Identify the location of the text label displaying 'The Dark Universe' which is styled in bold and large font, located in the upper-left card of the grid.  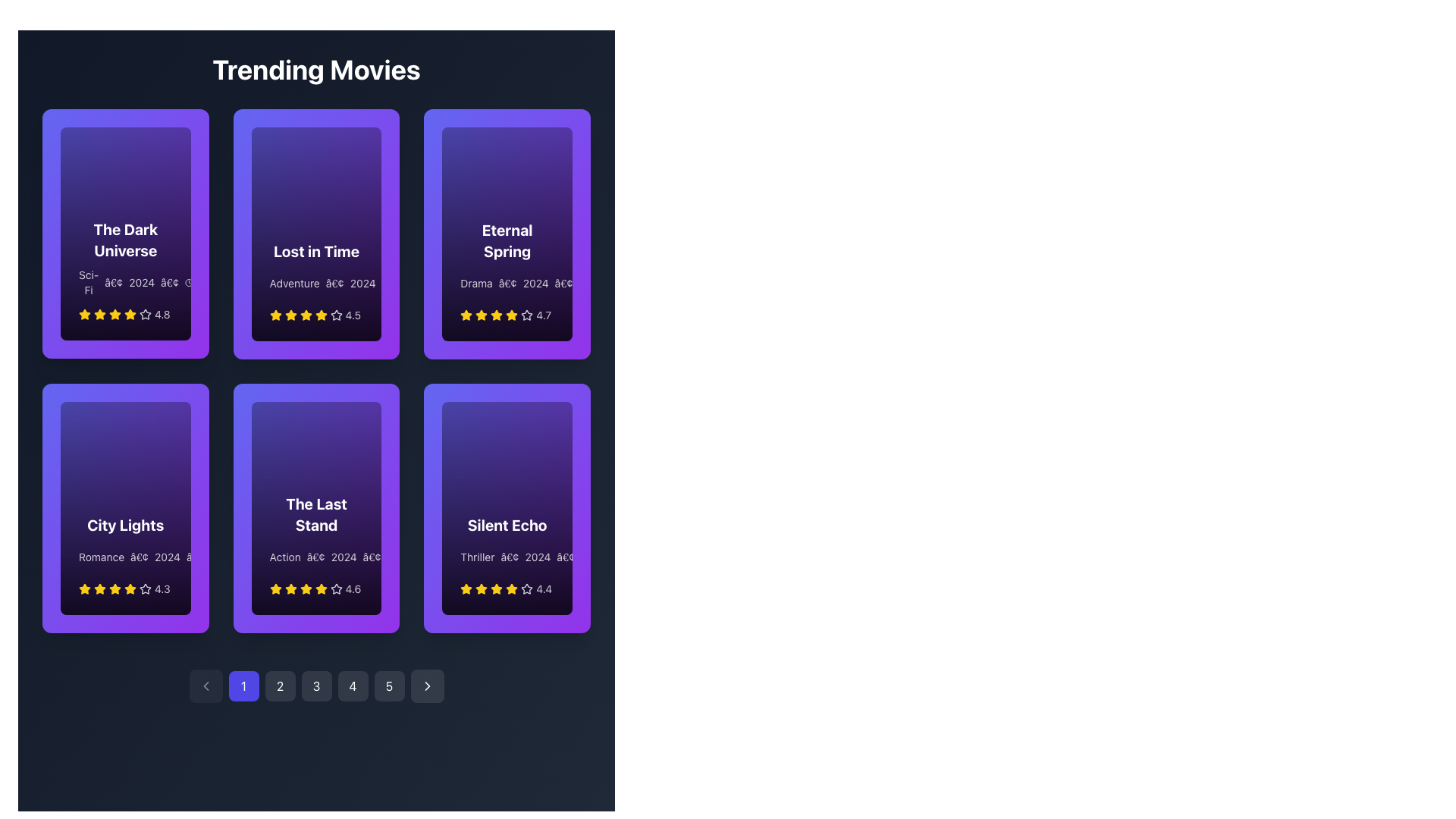
(125, 240).